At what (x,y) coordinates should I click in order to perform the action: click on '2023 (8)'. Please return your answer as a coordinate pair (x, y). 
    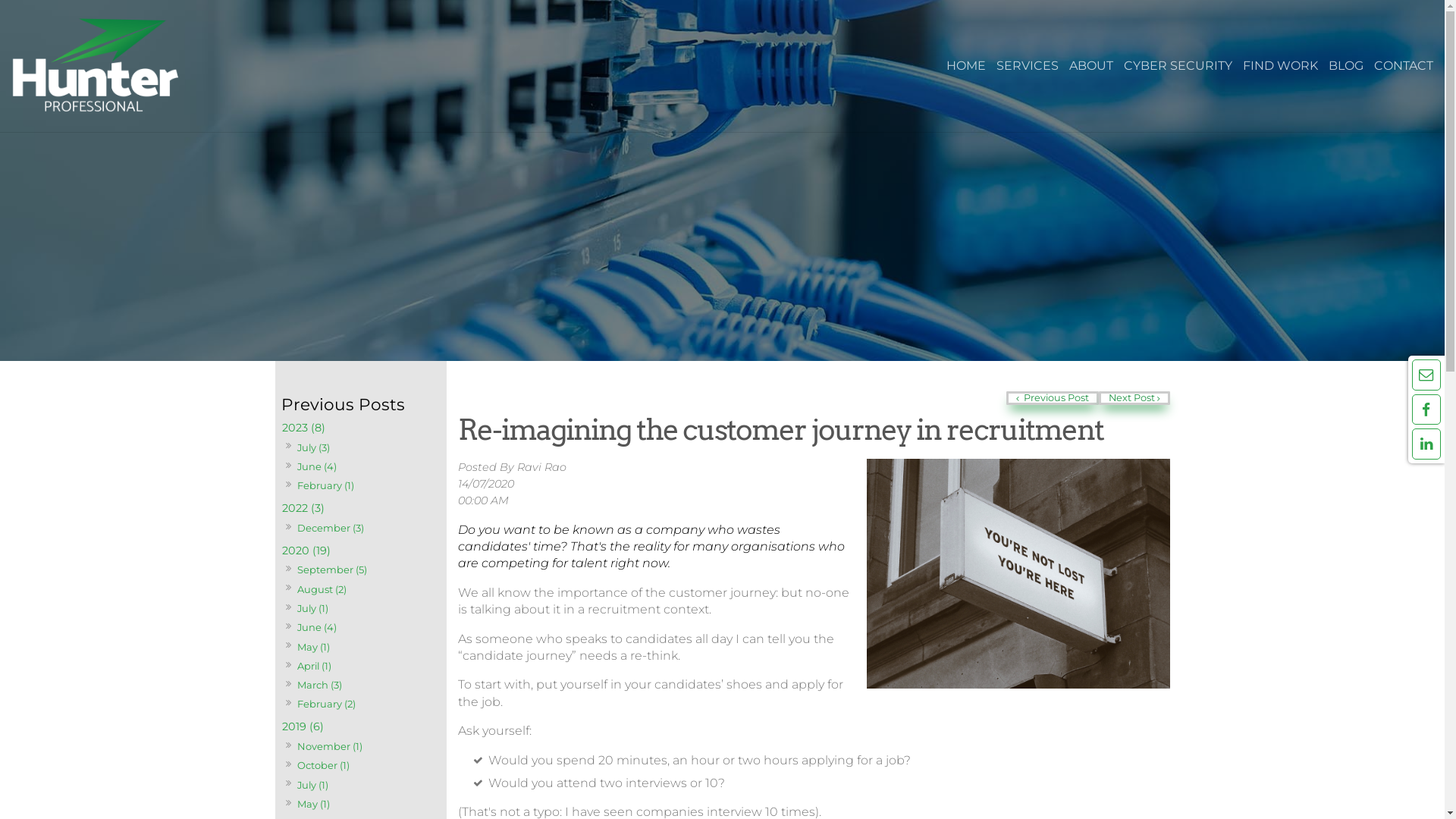
    Looking at the image, I should click on (359, 428).